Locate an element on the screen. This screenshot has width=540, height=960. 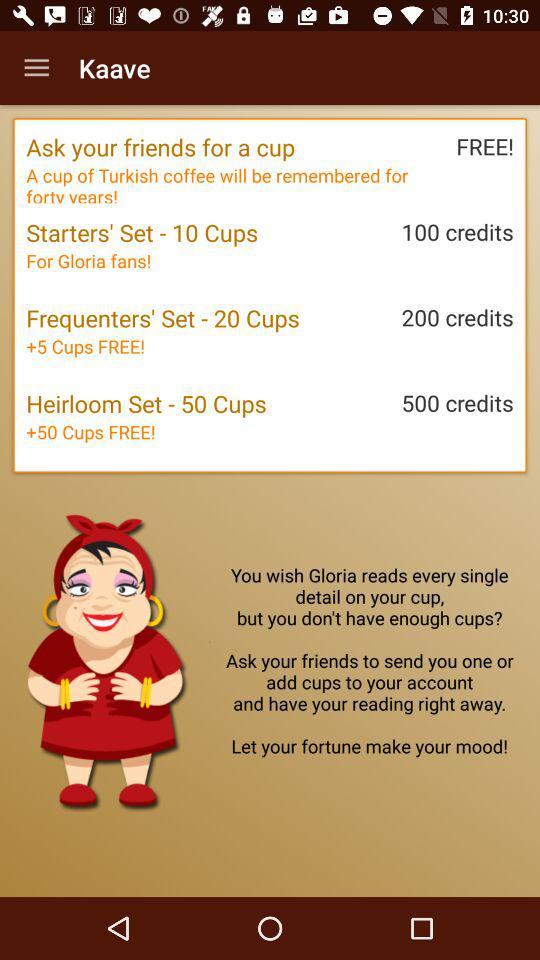
icon next to the kaave app is located at coordinates (36, 68).